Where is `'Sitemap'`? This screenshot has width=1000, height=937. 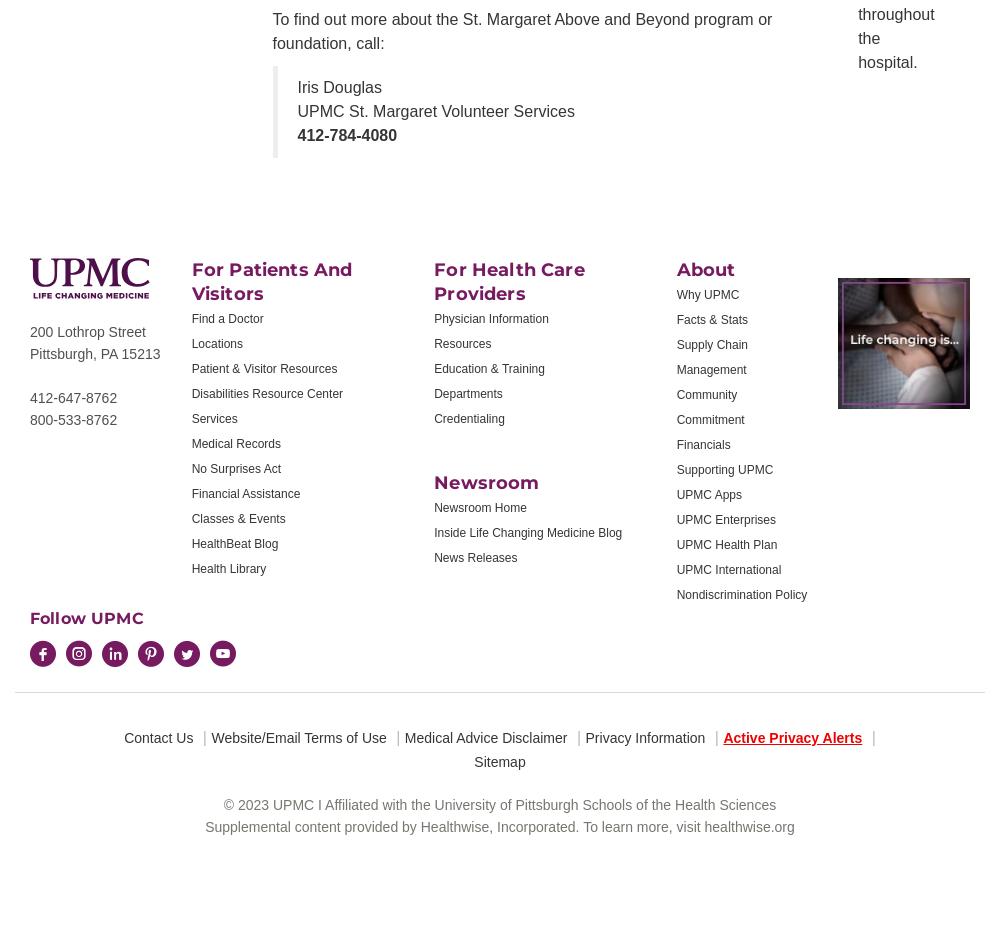
'Sitemap' is located at coordinates (498, 761).